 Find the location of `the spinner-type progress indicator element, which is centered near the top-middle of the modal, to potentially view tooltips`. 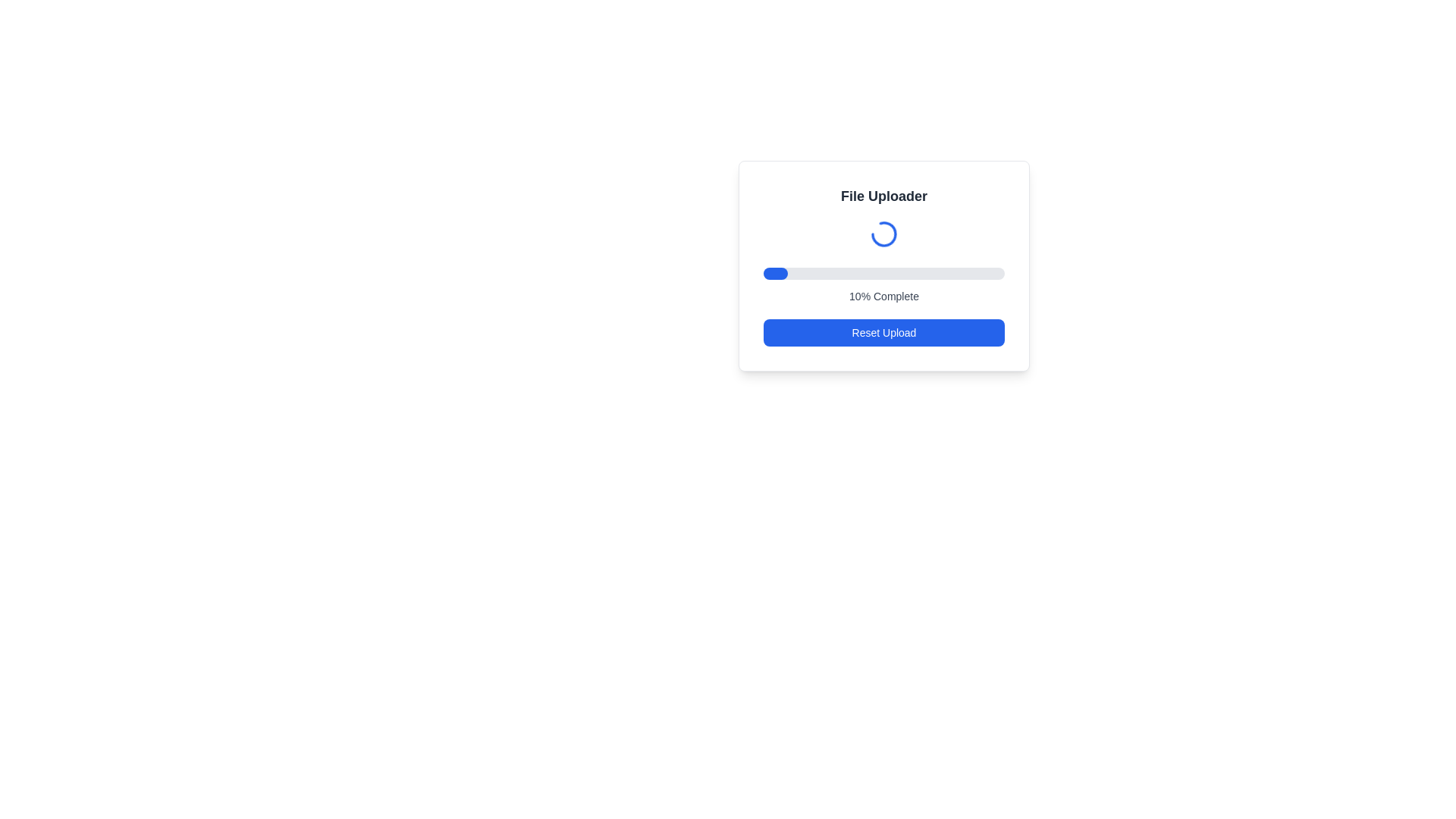

the spinner-type progress indicator element, which is centered near the top-middle of the modal, to potentially view tooltips is located at coordinates (884, 234).